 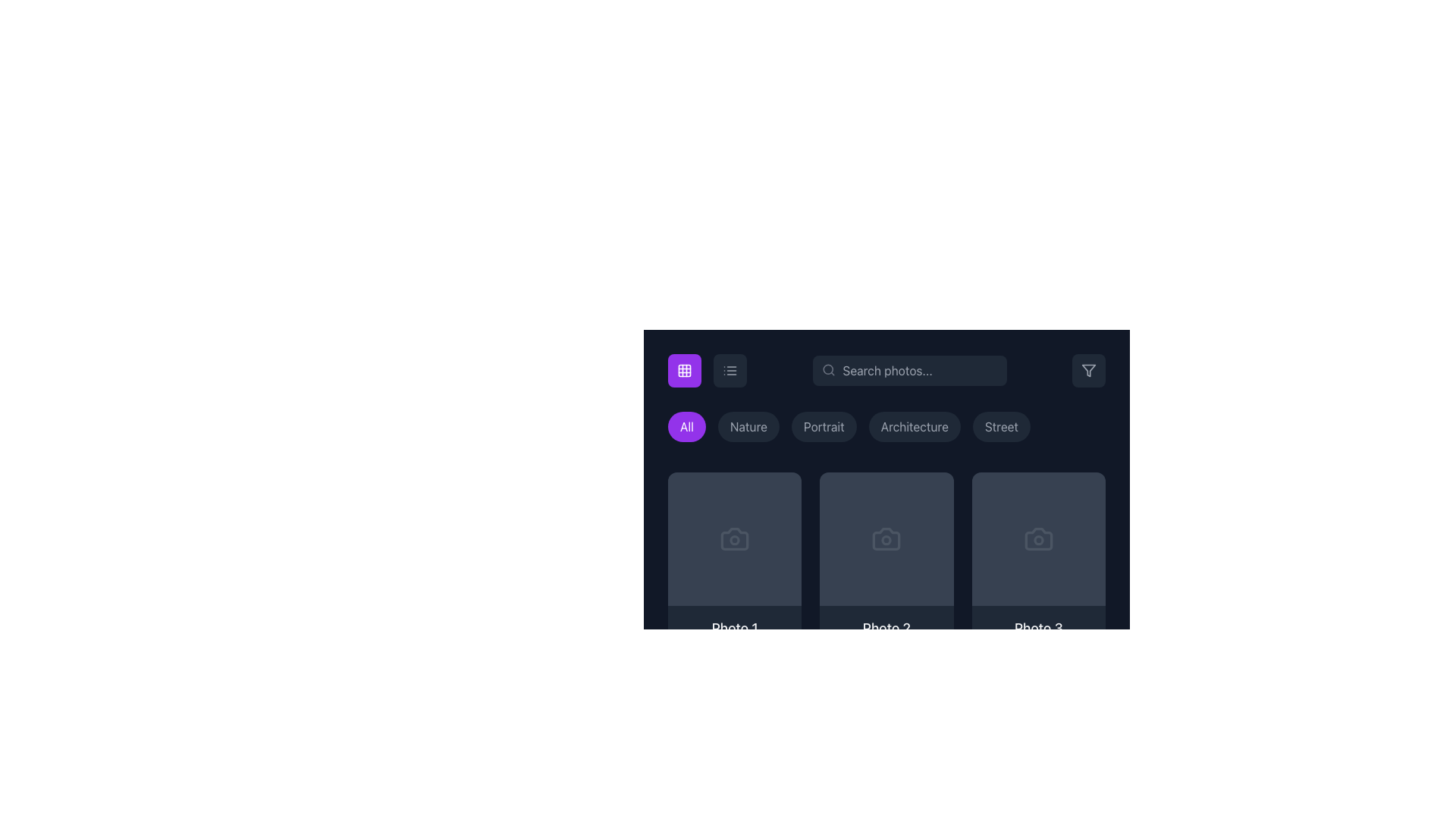 I want to click on the search input box styled with rounded corners and gray color tones, which includes placeholder text 'Search photos...' and a magnifying glass icon, so click(x=909, y=371).